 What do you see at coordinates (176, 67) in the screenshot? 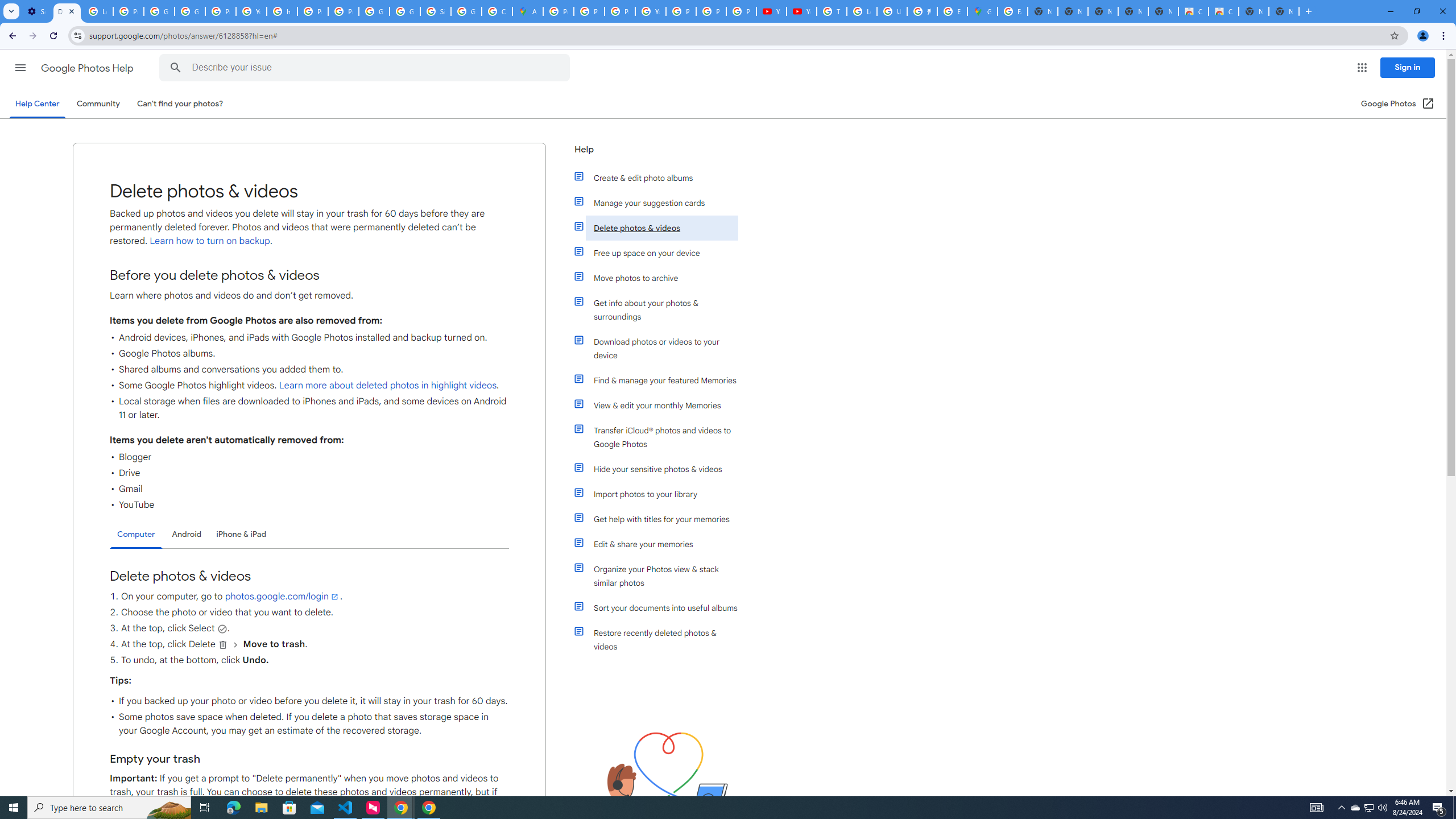
I see `'Search Help Center'` at bounding box center [176, 67].